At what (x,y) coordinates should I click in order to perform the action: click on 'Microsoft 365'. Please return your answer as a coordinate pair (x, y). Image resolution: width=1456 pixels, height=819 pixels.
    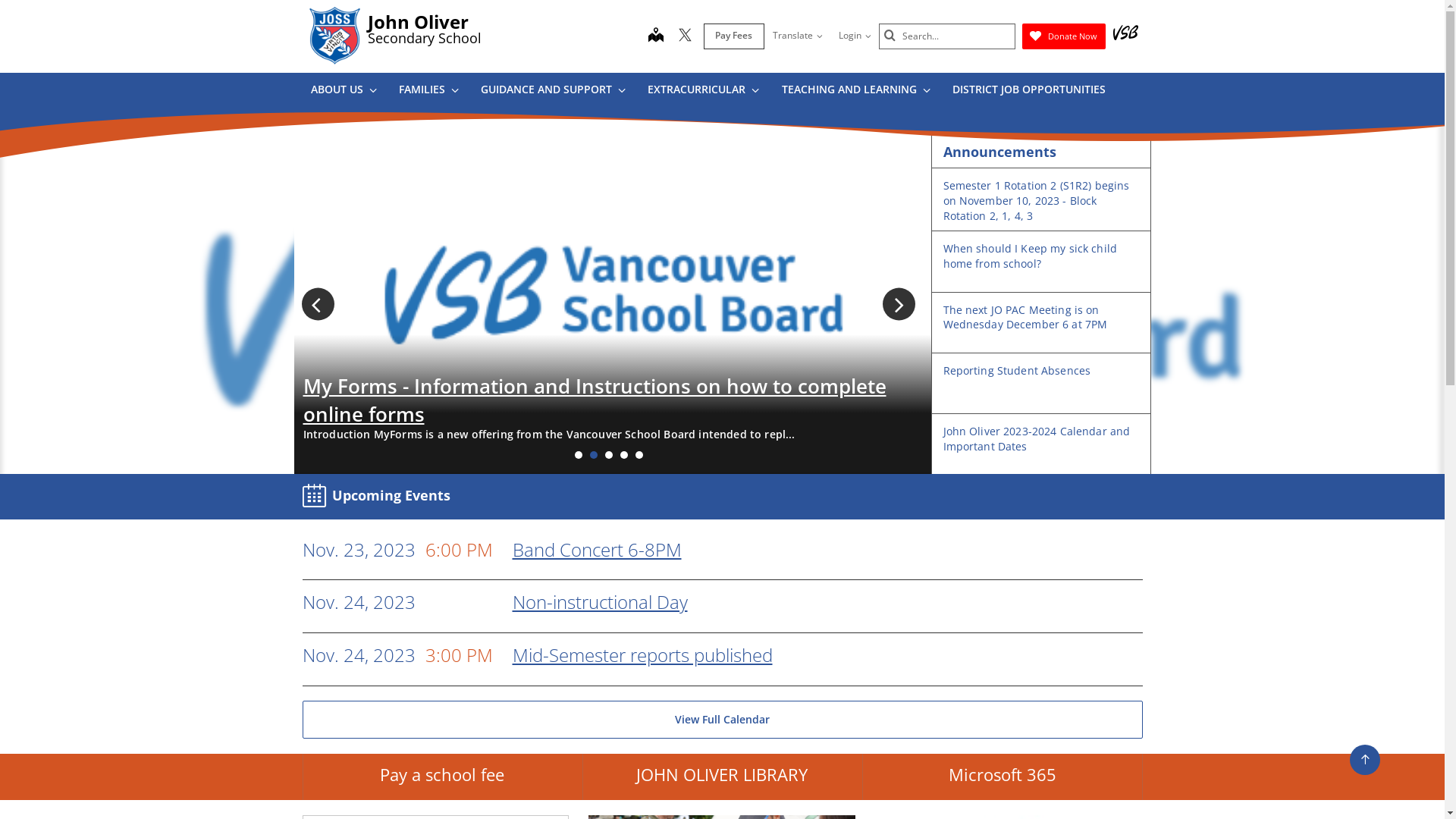
    Looking at the image, I should click on (1002, 777).